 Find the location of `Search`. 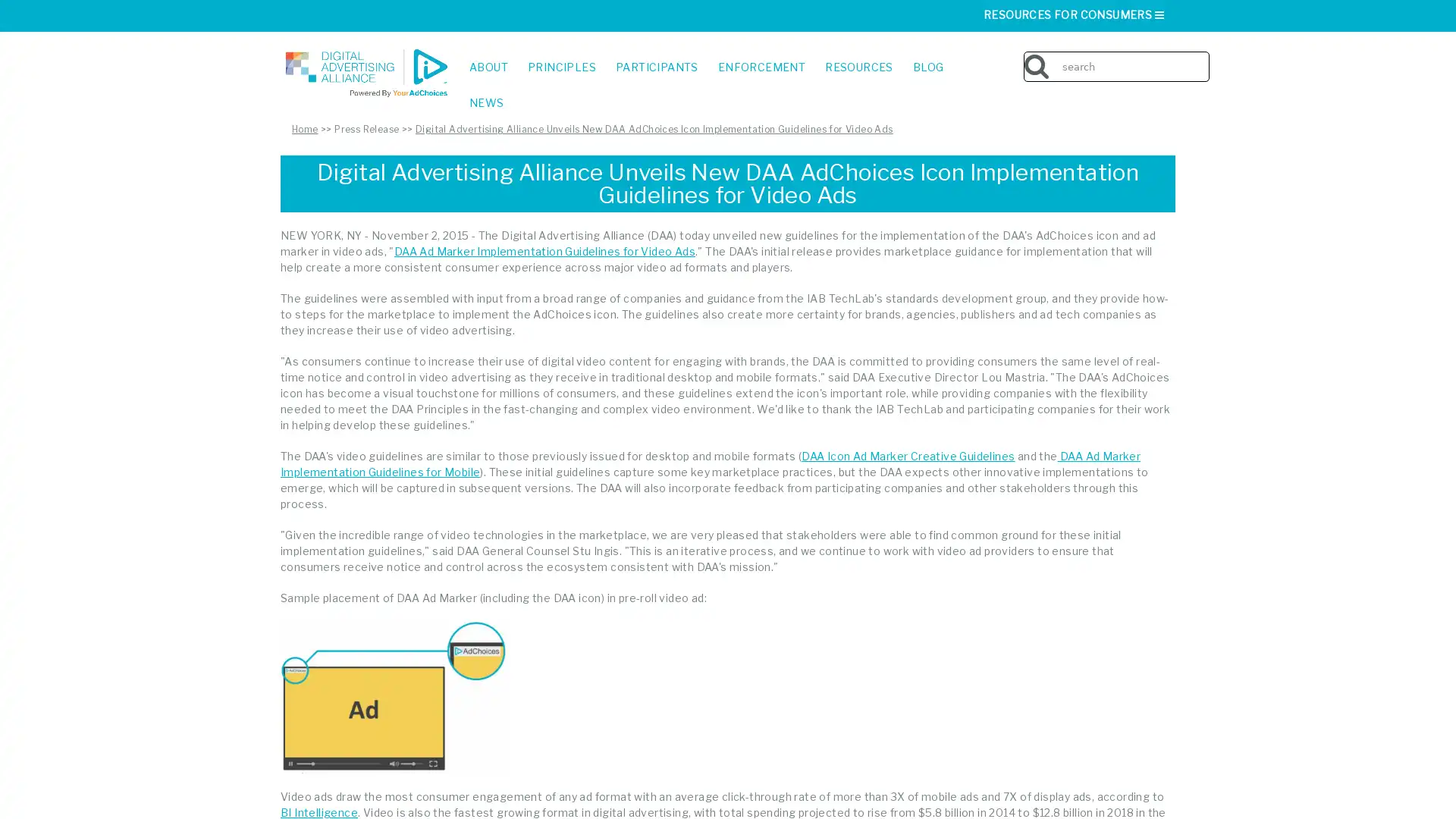

Search is located at coordinates (1204, 55).